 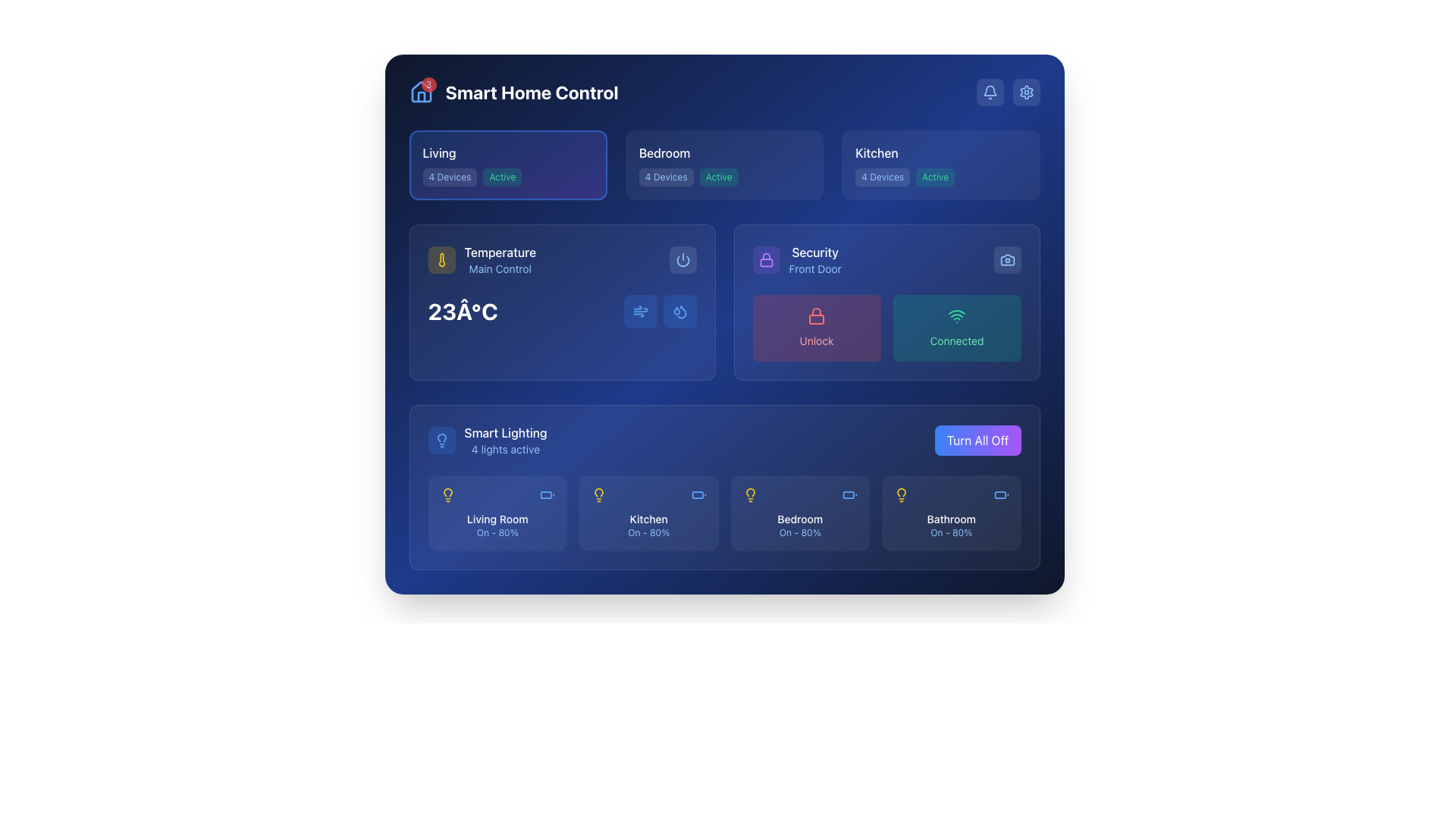 I want to click on the decorative icon representing the 'Temperature' functionality in the upper-left part of the 'Smart Home Control' dashboard, so click(x=441, y=259).